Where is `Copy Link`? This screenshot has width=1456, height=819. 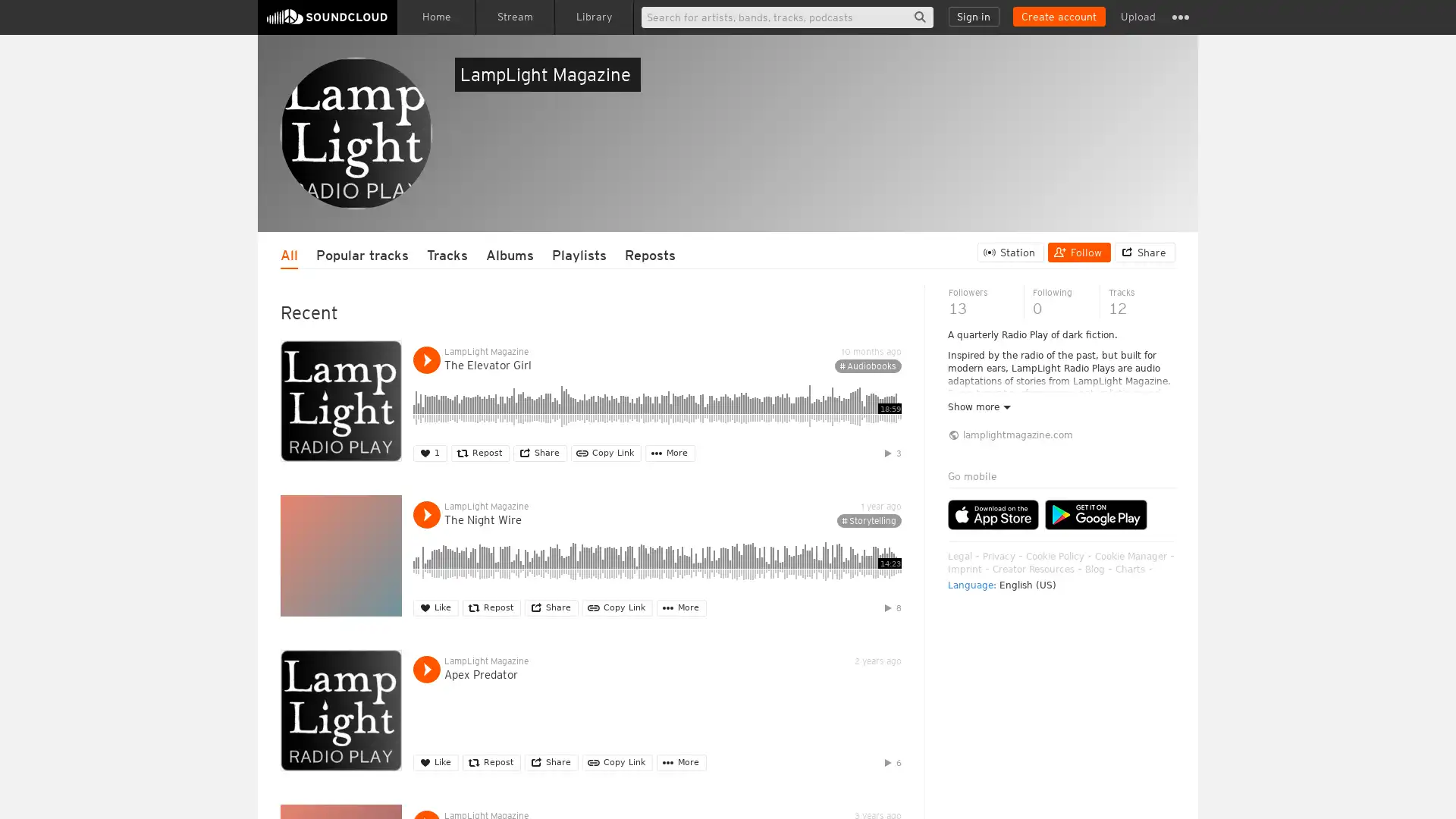 Copy Link is located at coordinates (617, 607).